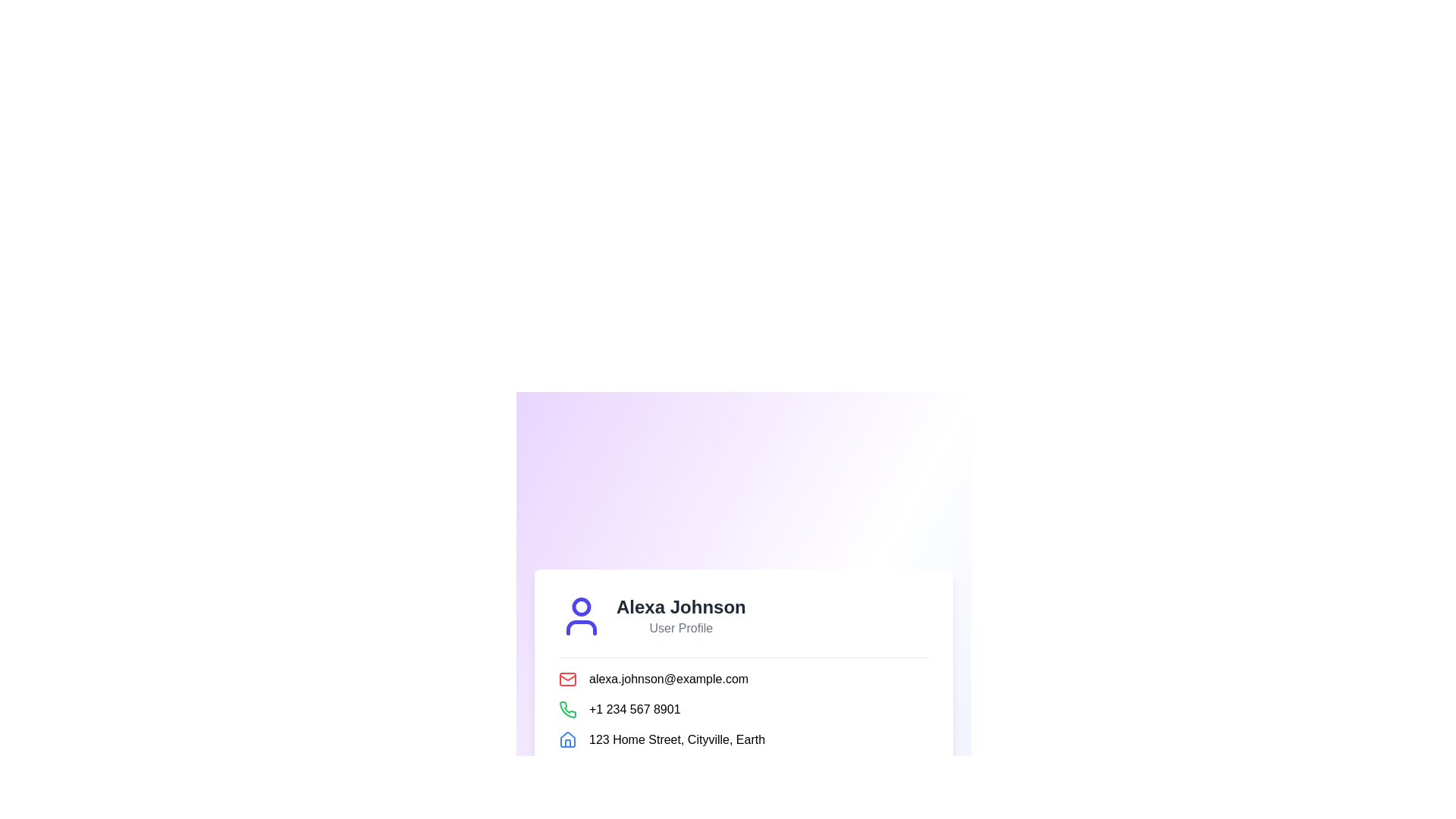 This screenshot has height=819, width=1456. What do you see at coordinates (676, 739) in the screenshot?
I see `the static text displaying the address '123 Home Street, Cityville, Earth', which is located next to a blue house icon` at bounding box center [676, 739].